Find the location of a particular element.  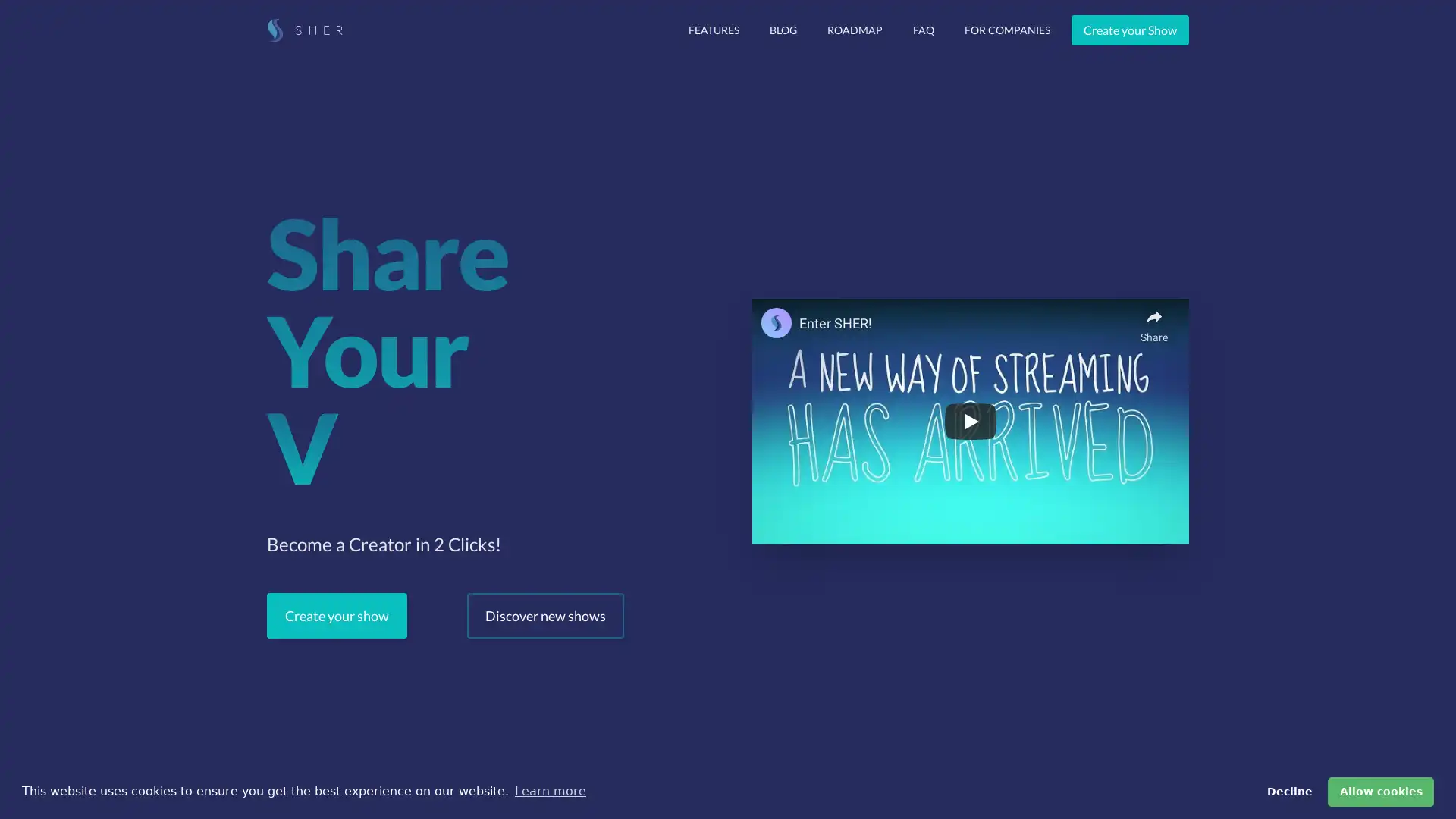

Create your show is located at coordinates (336, 616).